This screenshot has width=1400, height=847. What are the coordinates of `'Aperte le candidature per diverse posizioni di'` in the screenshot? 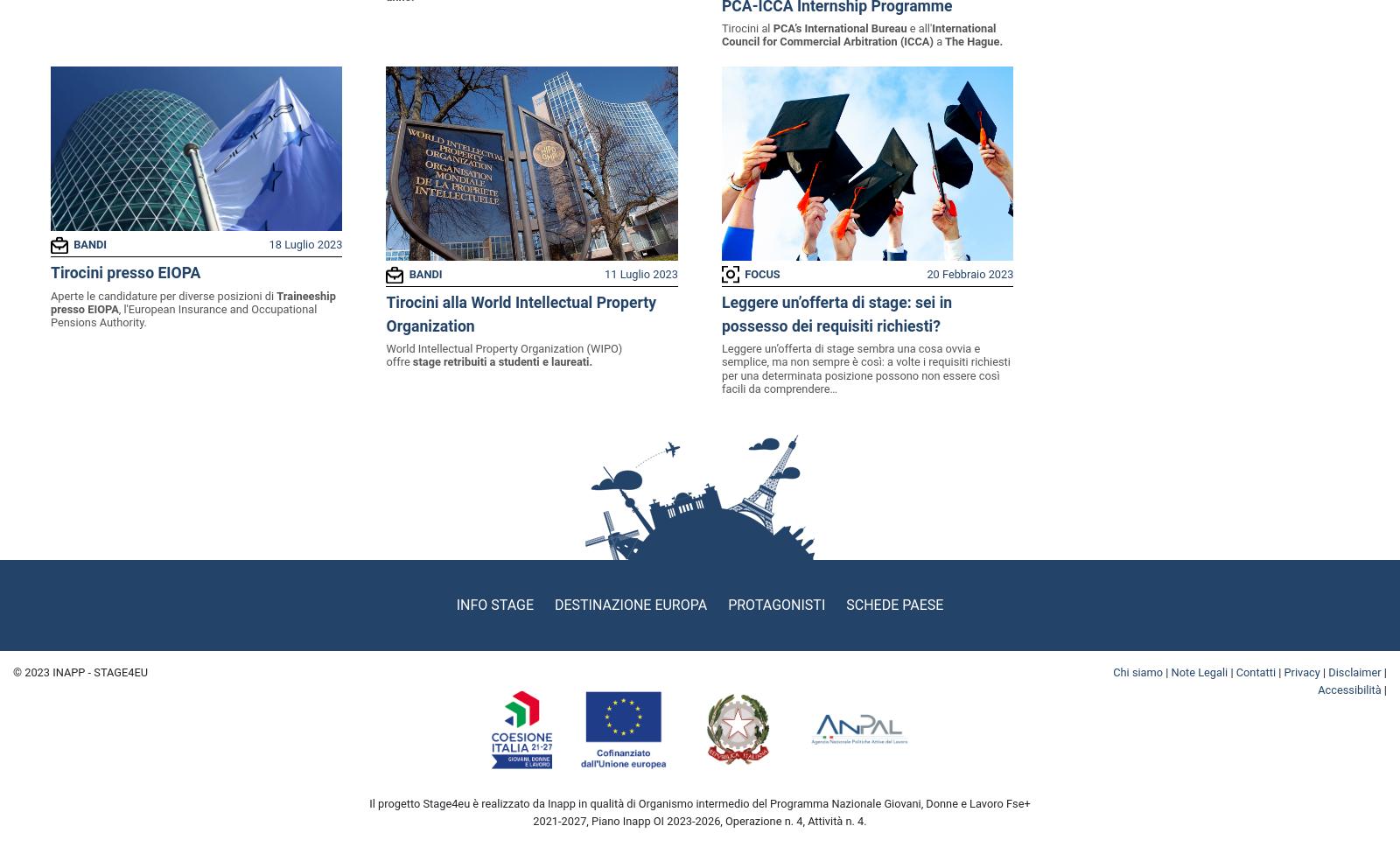 It's located at (163, 295).